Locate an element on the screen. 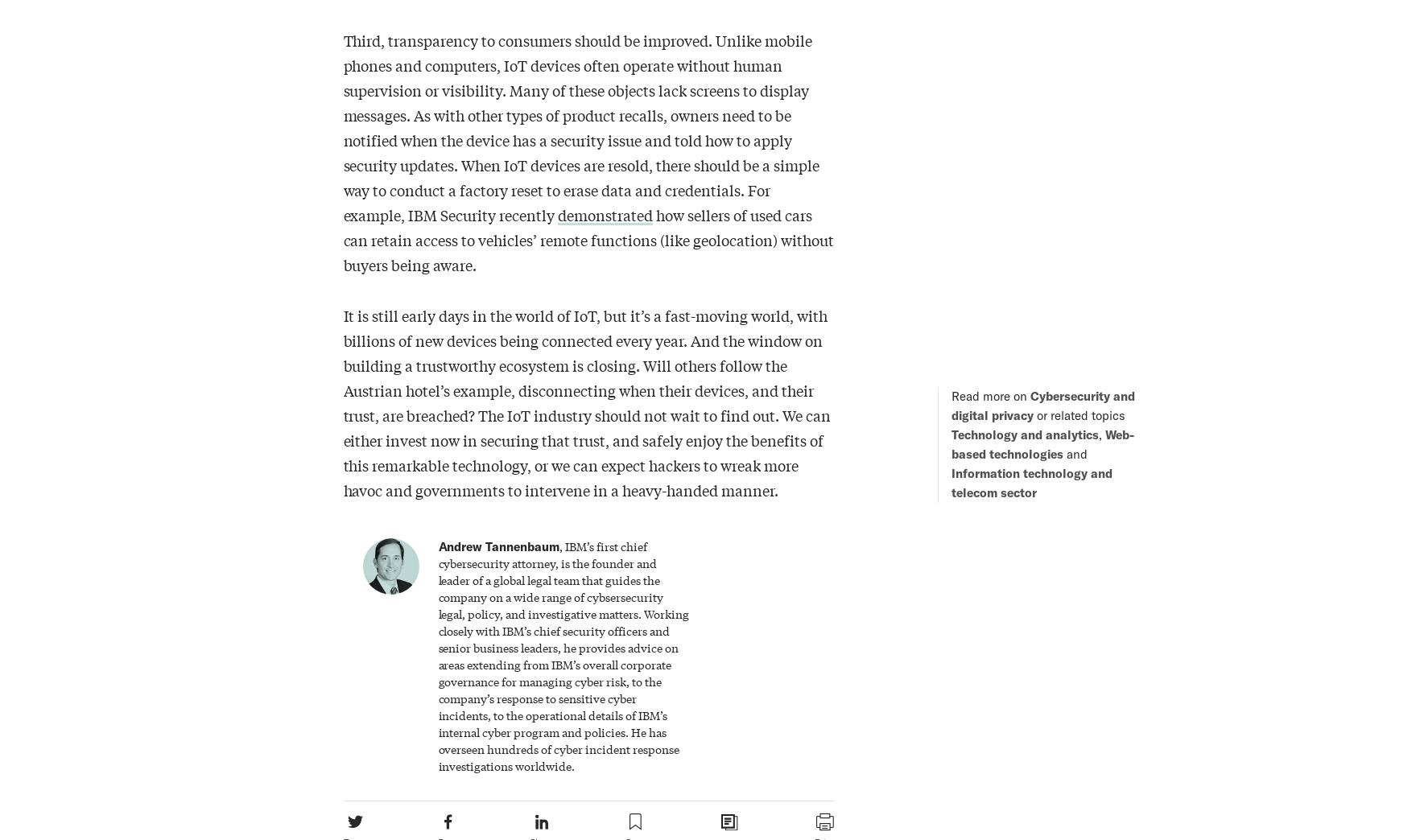 Image resolution: width=1416 pixels, height=840 pixels. 'It is still early days in the world of IoT, but it’s a fast-moving world, with billions of new devices being connected every year. And the window on building a trustworthy ecosystem is closing. Will others follow the Austrian hotel’s example, disconnecting when their devices, and their trust, are breached? The IoT industry should not wait to find out. We can either invest now in securing that trust, and safely enjoy the benefits of this remarkable technology, or we can expect hackers to wreak more havoc and governments to intervene in a heavy-handed manner.' is located at coordinates (586, 401).